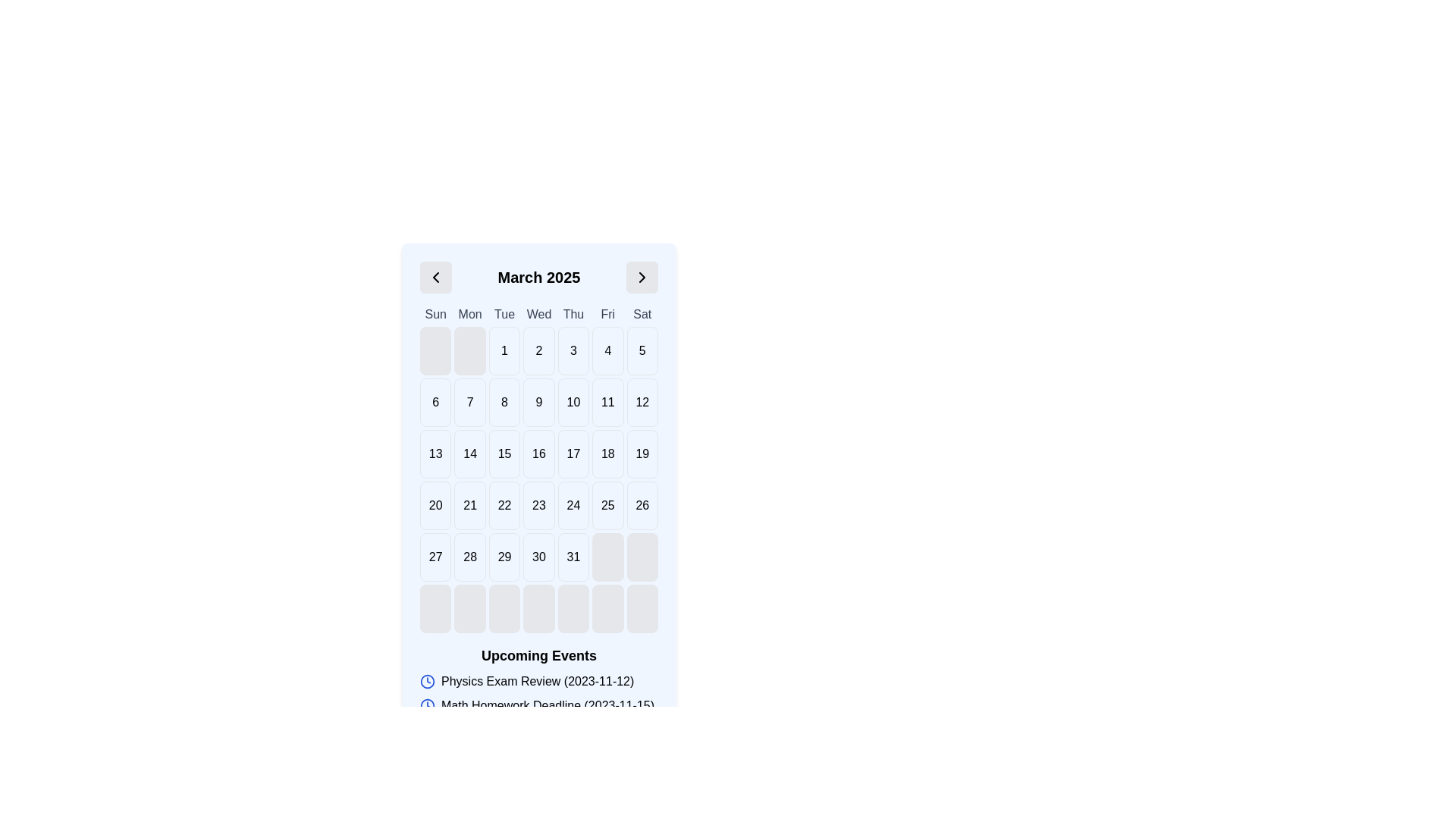 The width and height of the screenshot is (1456, 819). What do you see at coordinates (538, 506) in the screenshot?
I see `the Date selector displaying the number '23' in the calendar grid` at bounding box center [538, 506].